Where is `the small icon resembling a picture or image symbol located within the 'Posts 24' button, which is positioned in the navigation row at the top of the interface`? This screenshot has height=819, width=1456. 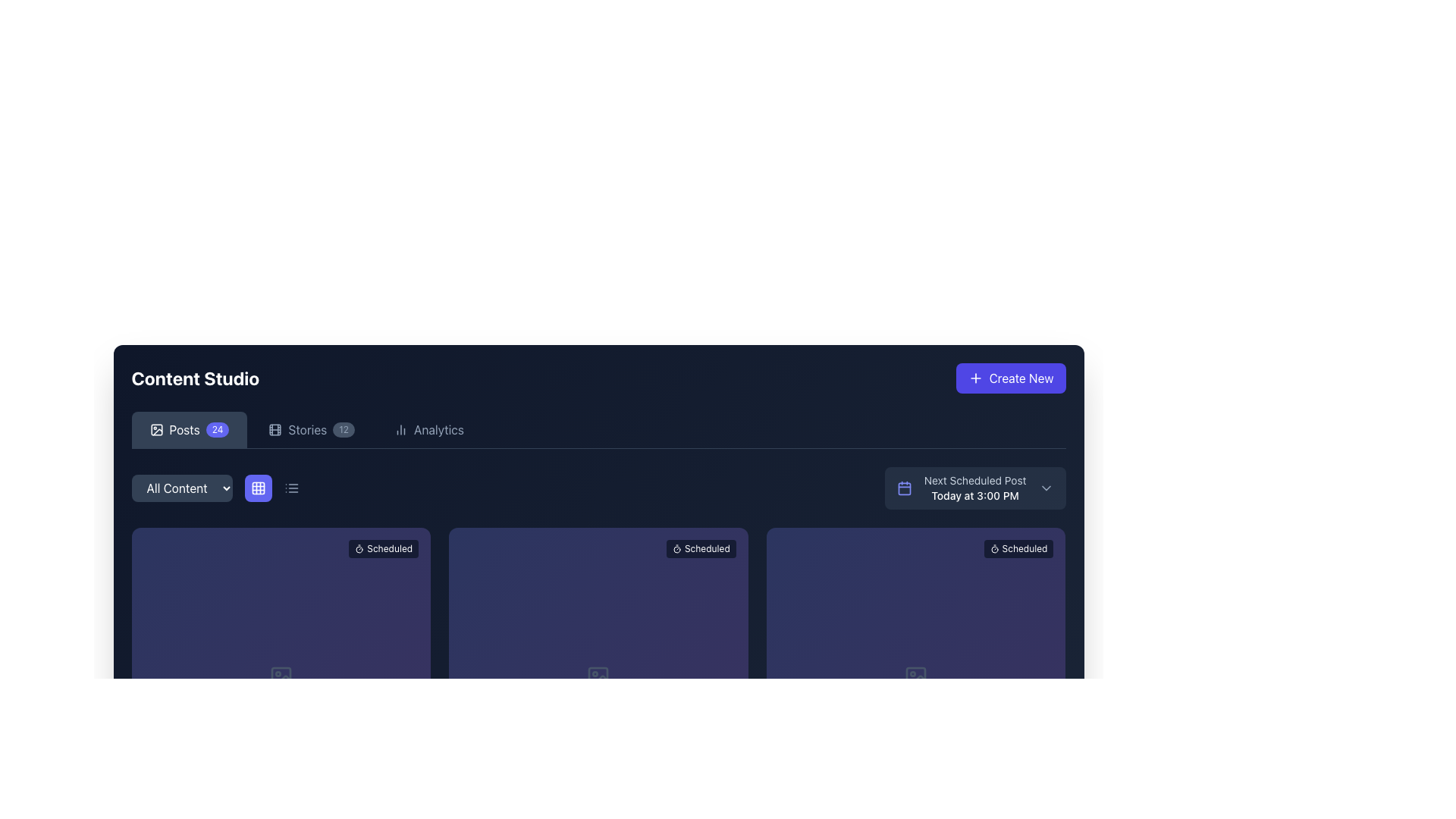
the small icon resembling a picture or image symbol located within the 'Posts 24' button, which is positioned in the navigation row at the top of the interface is located at coordinates (156, 430).